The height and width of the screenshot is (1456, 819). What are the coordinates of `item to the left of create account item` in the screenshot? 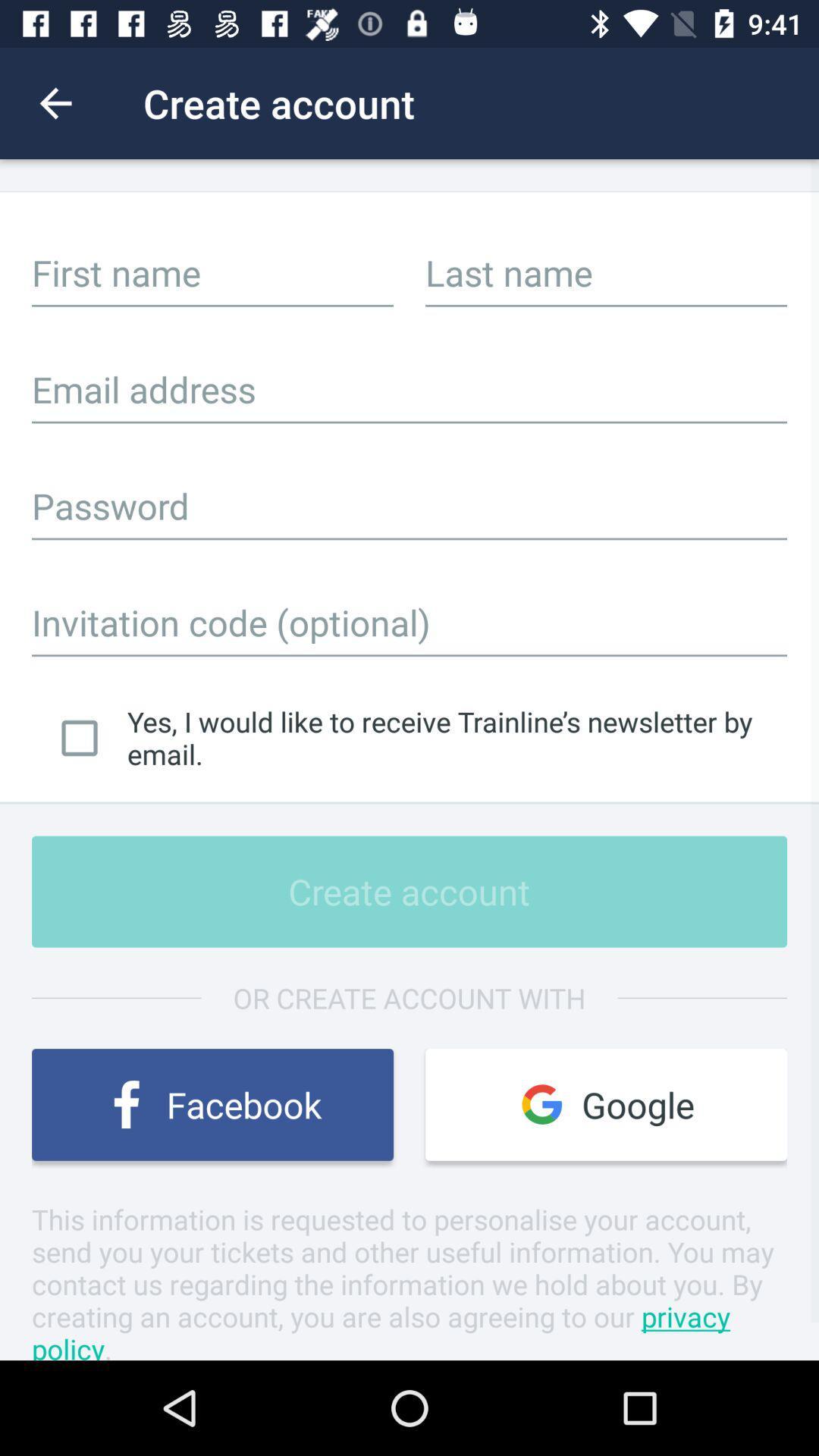 It's located at (55, 102).